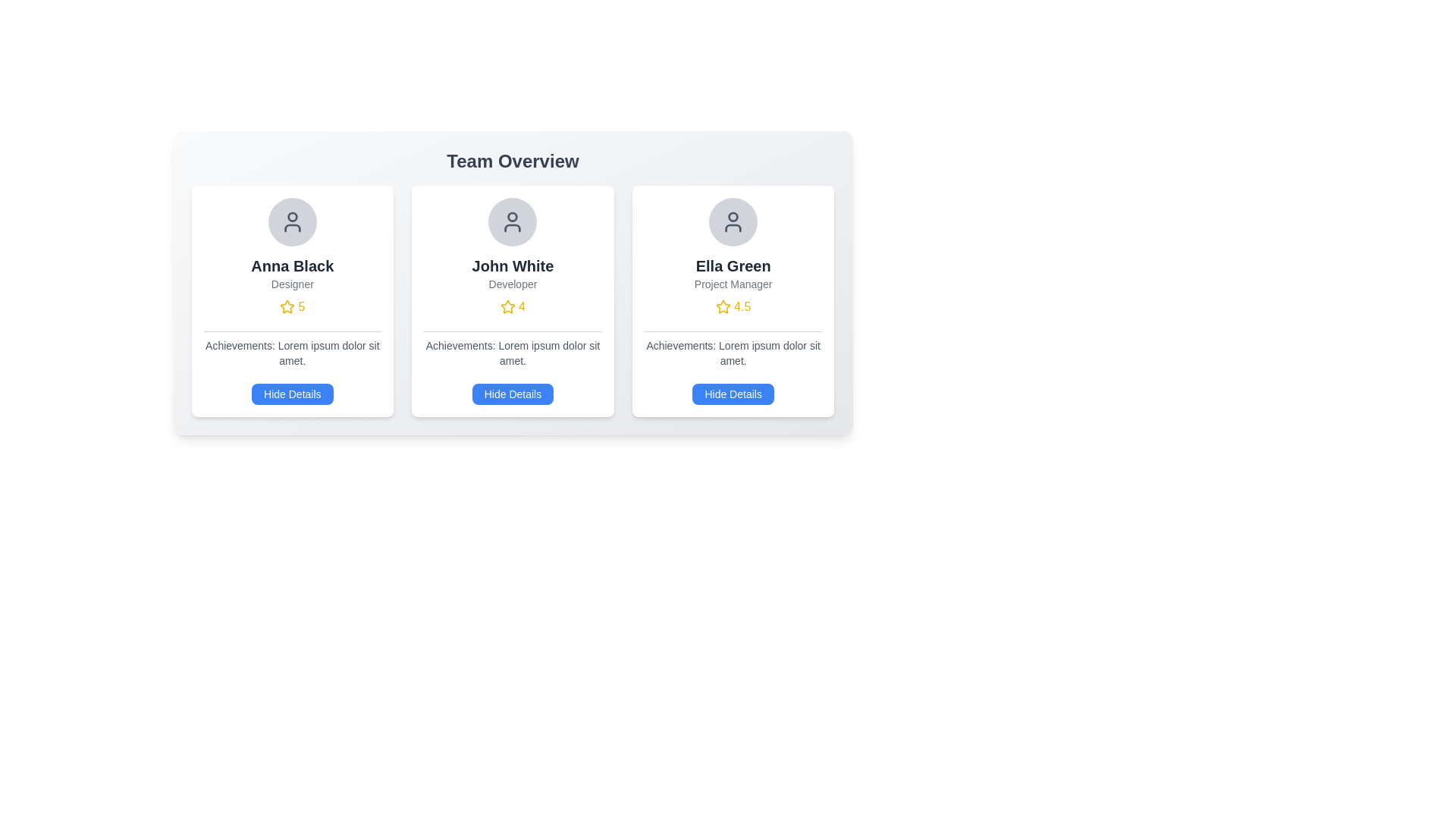 Image resolution: width=1456 pixels, height=819 pixels. What do you see at coordinates (733, 350) in the screenshot?
I see `the Text Label that displays achievements associated with 'Ella Green', located in the third card from the left in the team overview section, positioned above the 'Hide Details' button` at bounding box center [733, 350].